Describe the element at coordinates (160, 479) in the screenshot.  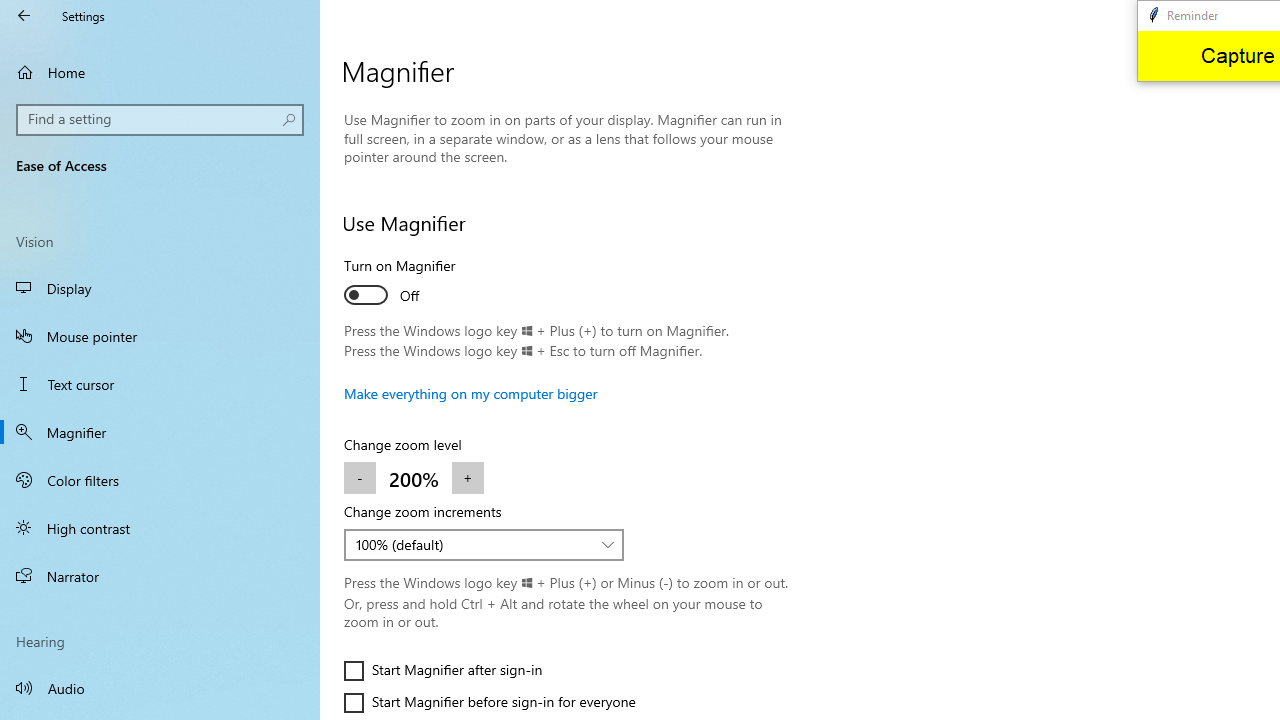
I see `'Color filters'` at that location.